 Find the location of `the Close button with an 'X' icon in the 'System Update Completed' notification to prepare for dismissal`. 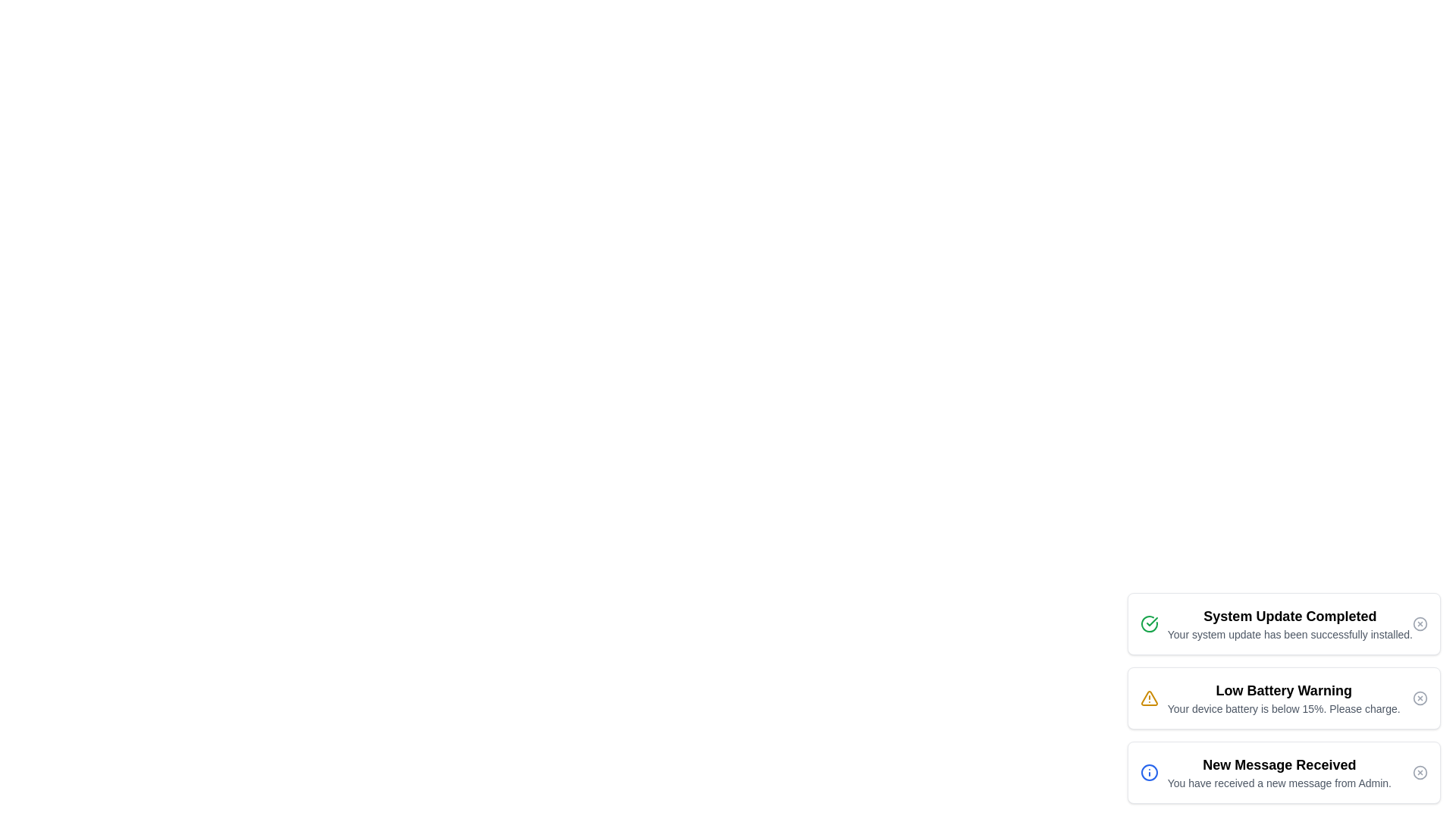

the Close button with an 'X' icon in the 'System Update Completed' notification to prepare for dismissal is located at coordinates (1419, 623).